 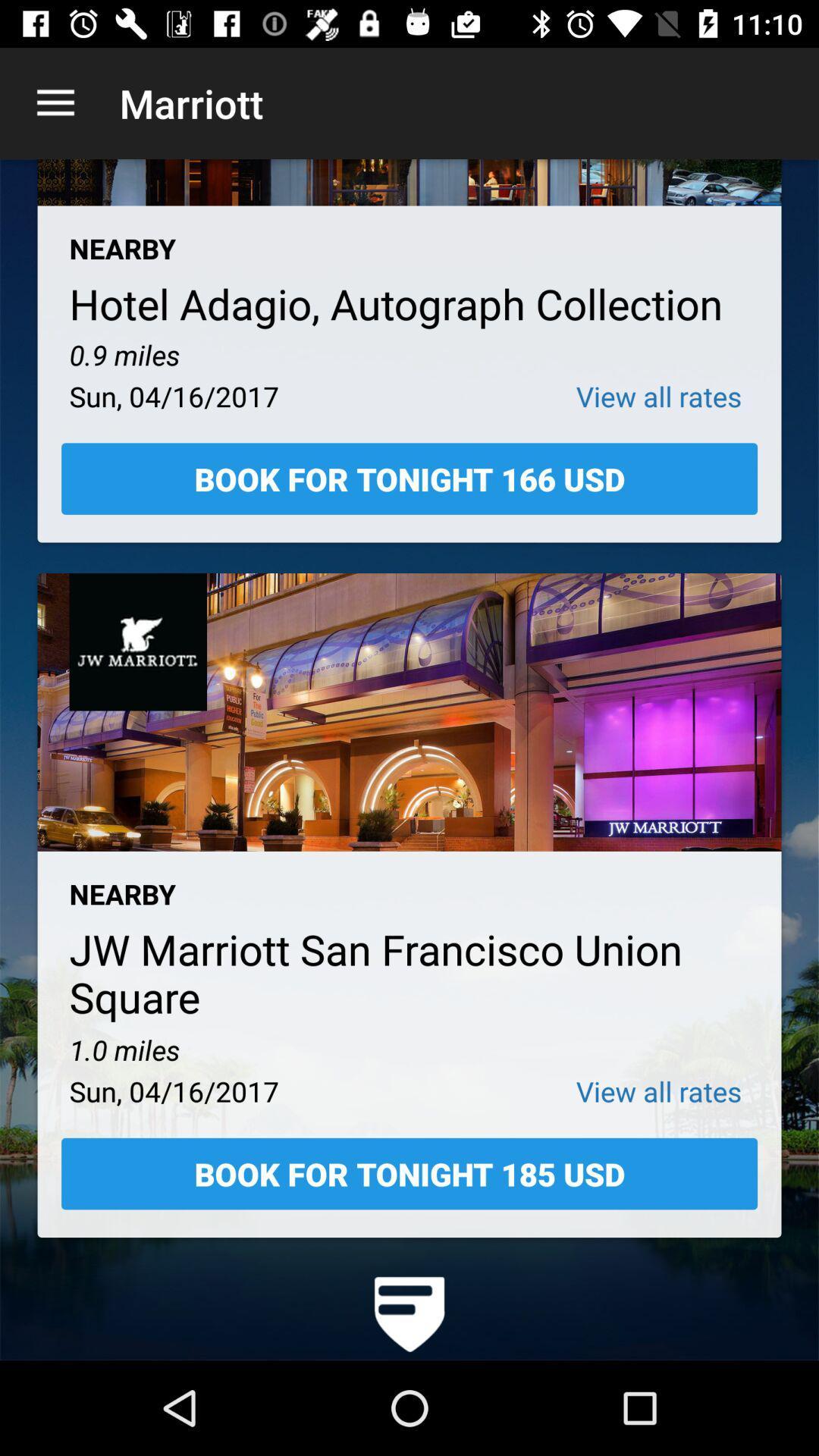 What do you see at coordinates (55, 102) in the screenshot?
I see `the icon to the left of marriott` at bounding box center [55, 102].